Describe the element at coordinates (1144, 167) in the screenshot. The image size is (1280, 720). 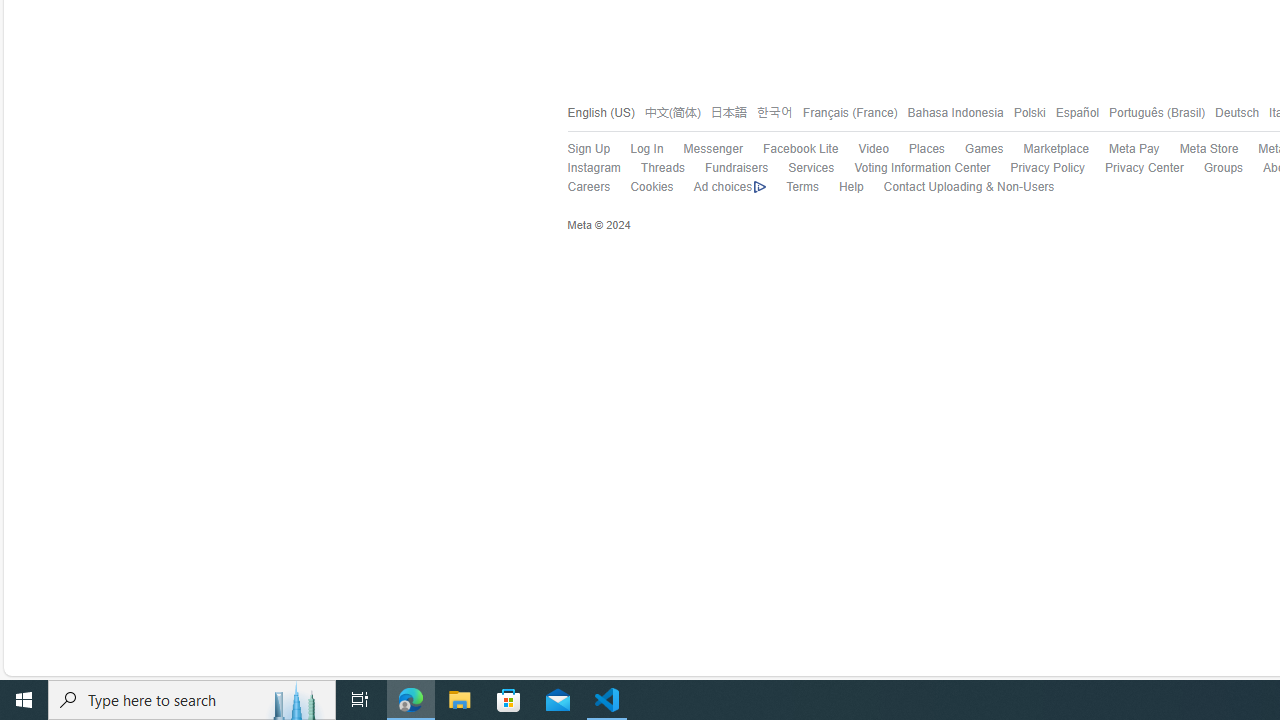
I see `'Privacy Center'` at that location.